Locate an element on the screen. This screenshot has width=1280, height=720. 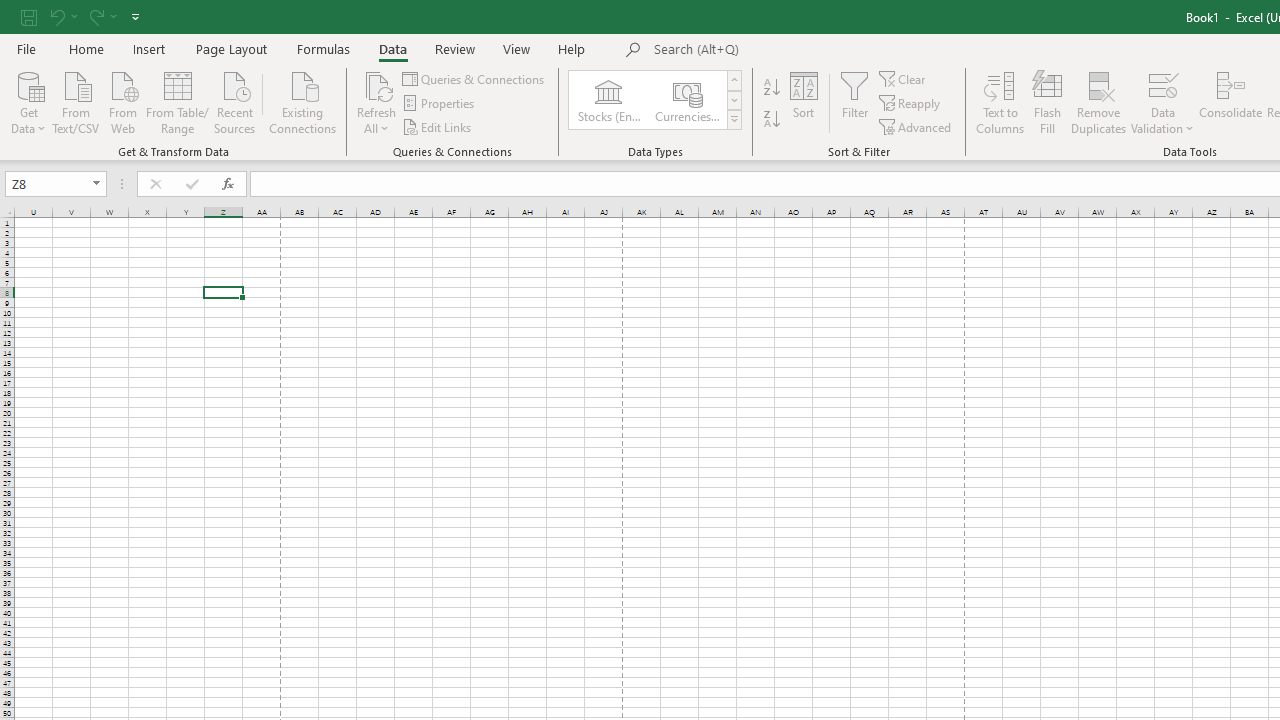
'Consolidate...' is located at coordinates (1229, 103).